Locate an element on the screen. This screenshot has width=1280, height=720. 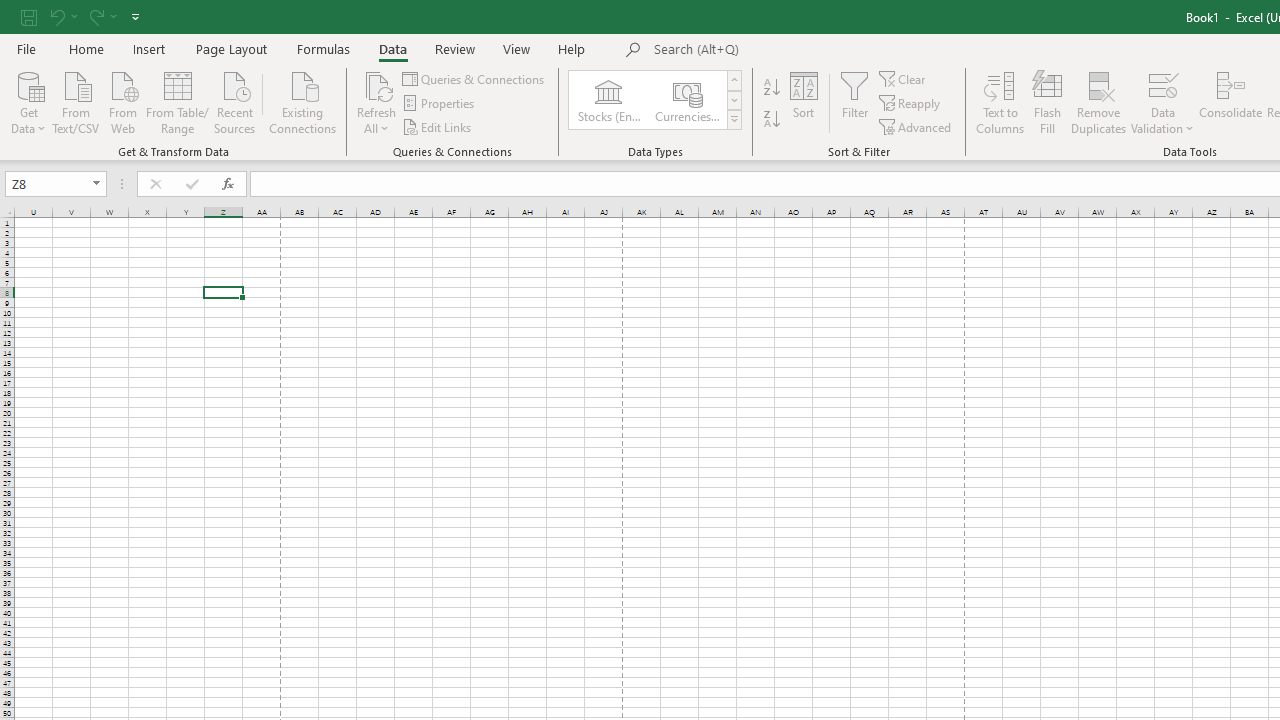
'Consolidate...' is located at coordinates (1229, 103).